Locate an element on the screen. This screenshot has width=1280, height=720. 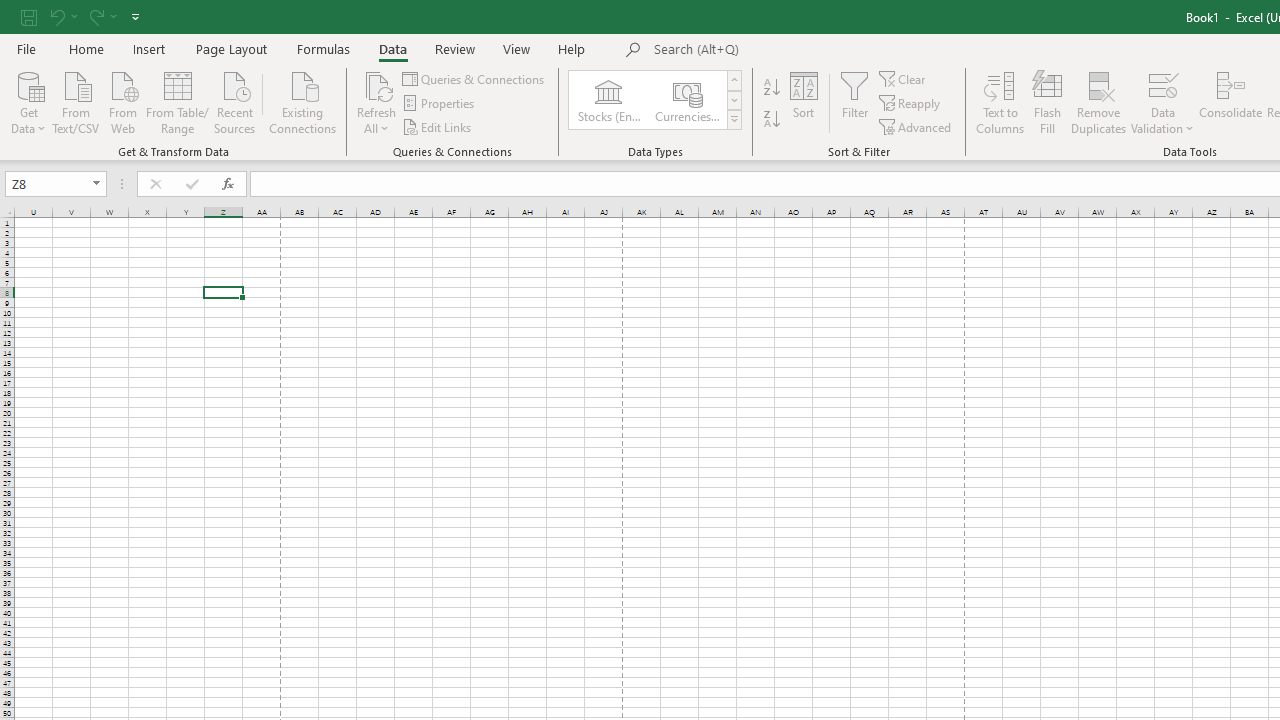
'Consolidate...' is located at coordinates (1229, 103).